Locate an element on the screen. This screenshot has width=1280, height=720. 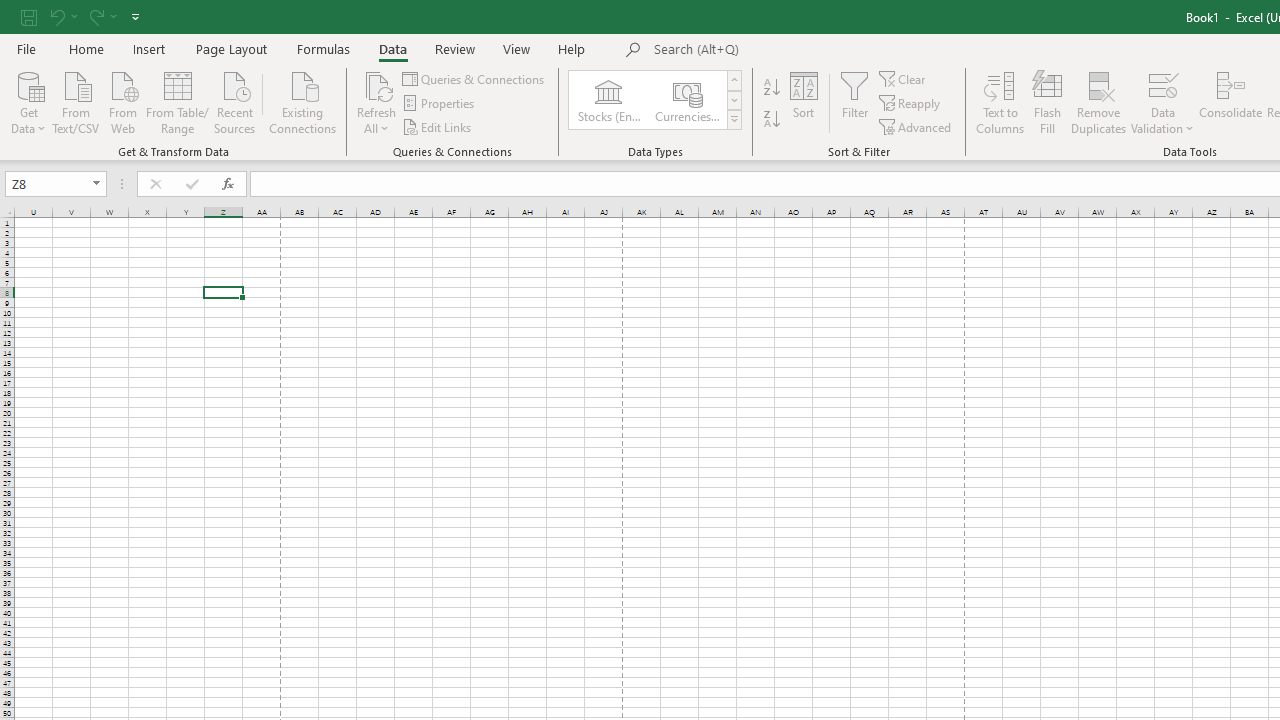
'Consolidate...' is located at coordinates (1229, 103).